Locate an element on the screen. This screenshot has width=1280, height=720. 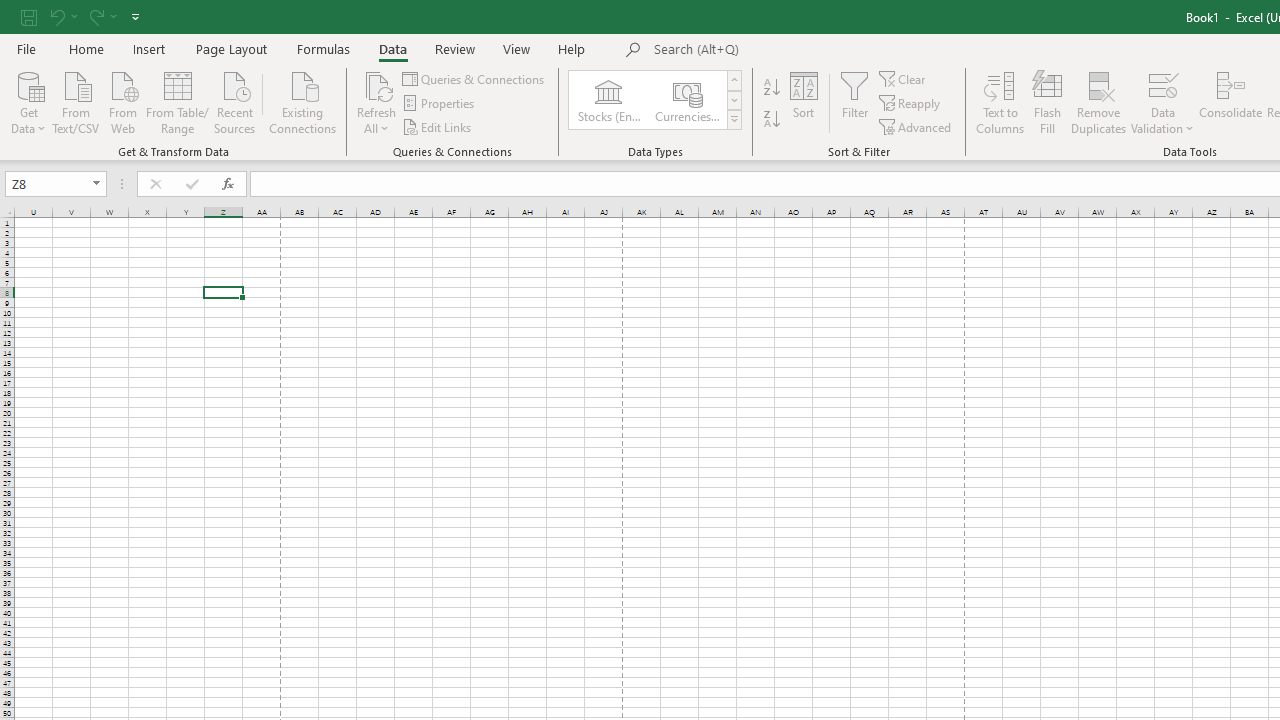
'Consolidate...' is located at coordinates (1229, 103).